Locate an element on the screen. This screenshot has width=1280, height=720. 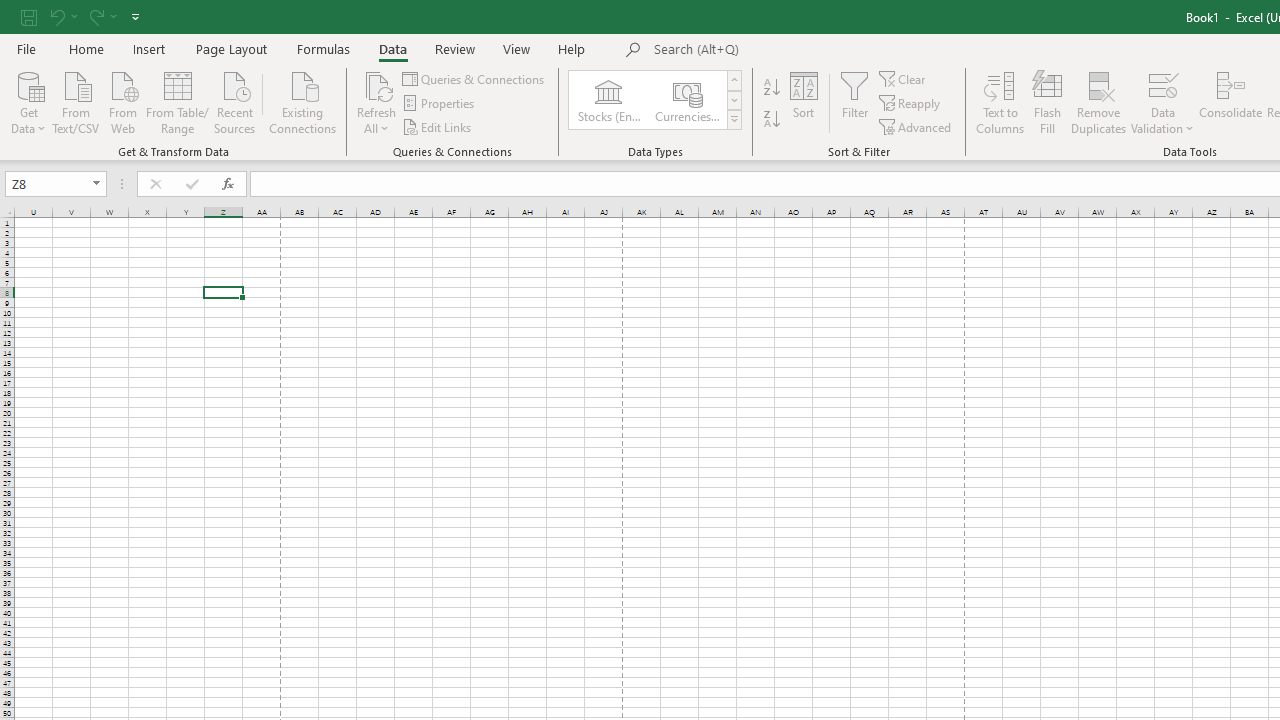
'Consolidate...' is located at coordinates (1229, 103).